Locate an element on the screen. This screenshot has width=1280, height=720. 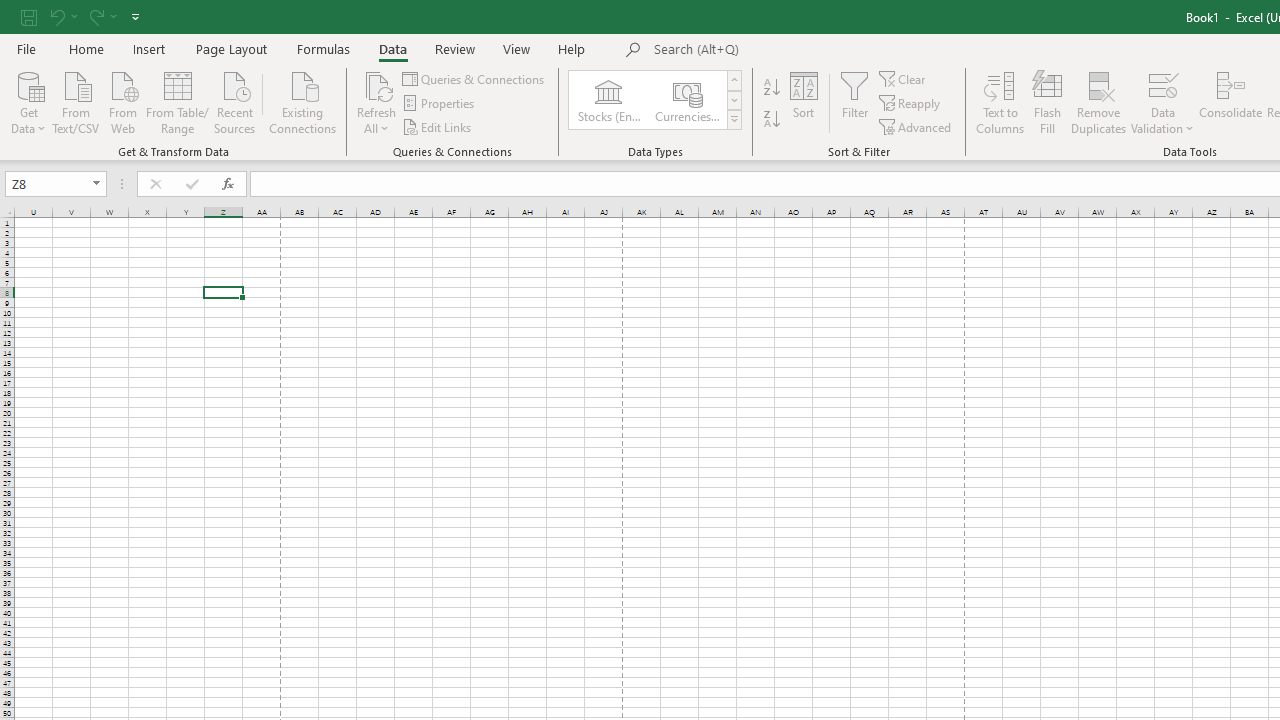
'Consolidate...' is located at coordinates (1229, 103).